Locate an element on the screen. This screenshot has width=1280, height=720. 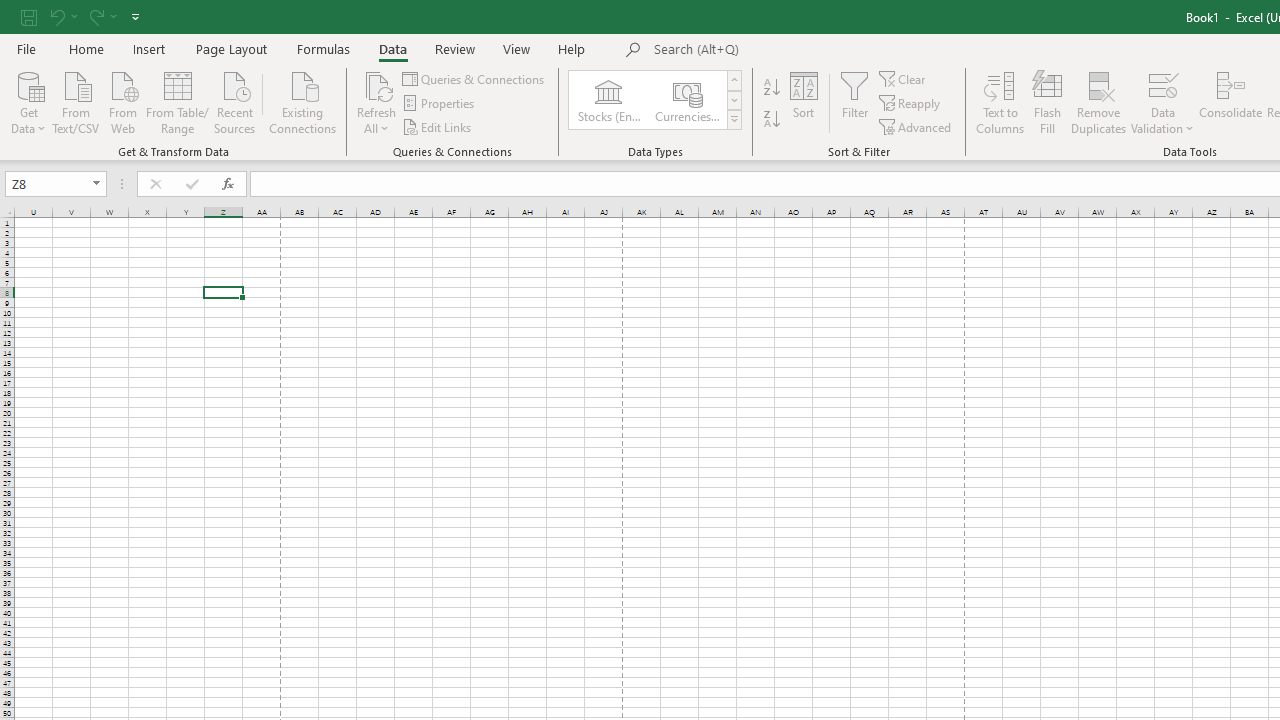
'Consolidate...' is located at coordinates (1229, 103).